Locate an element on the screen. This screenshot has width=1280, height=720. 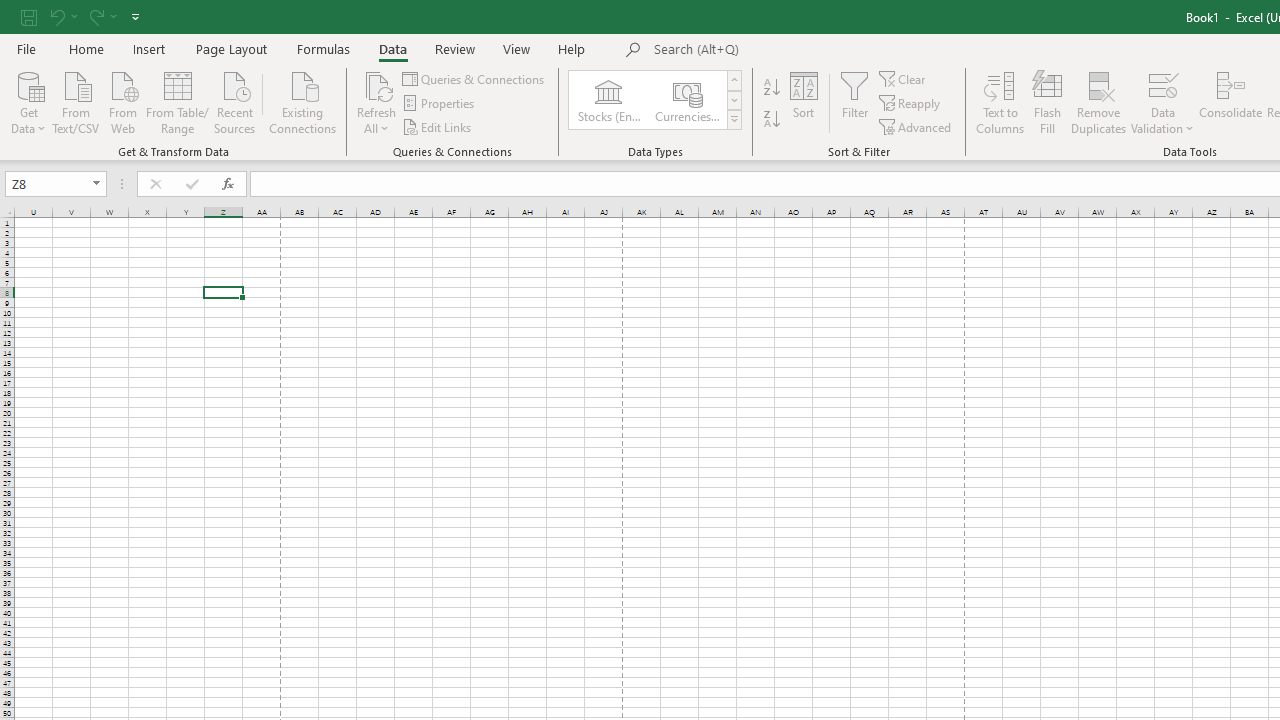
'Consolidate...' is located at coordinates (1229, 103).